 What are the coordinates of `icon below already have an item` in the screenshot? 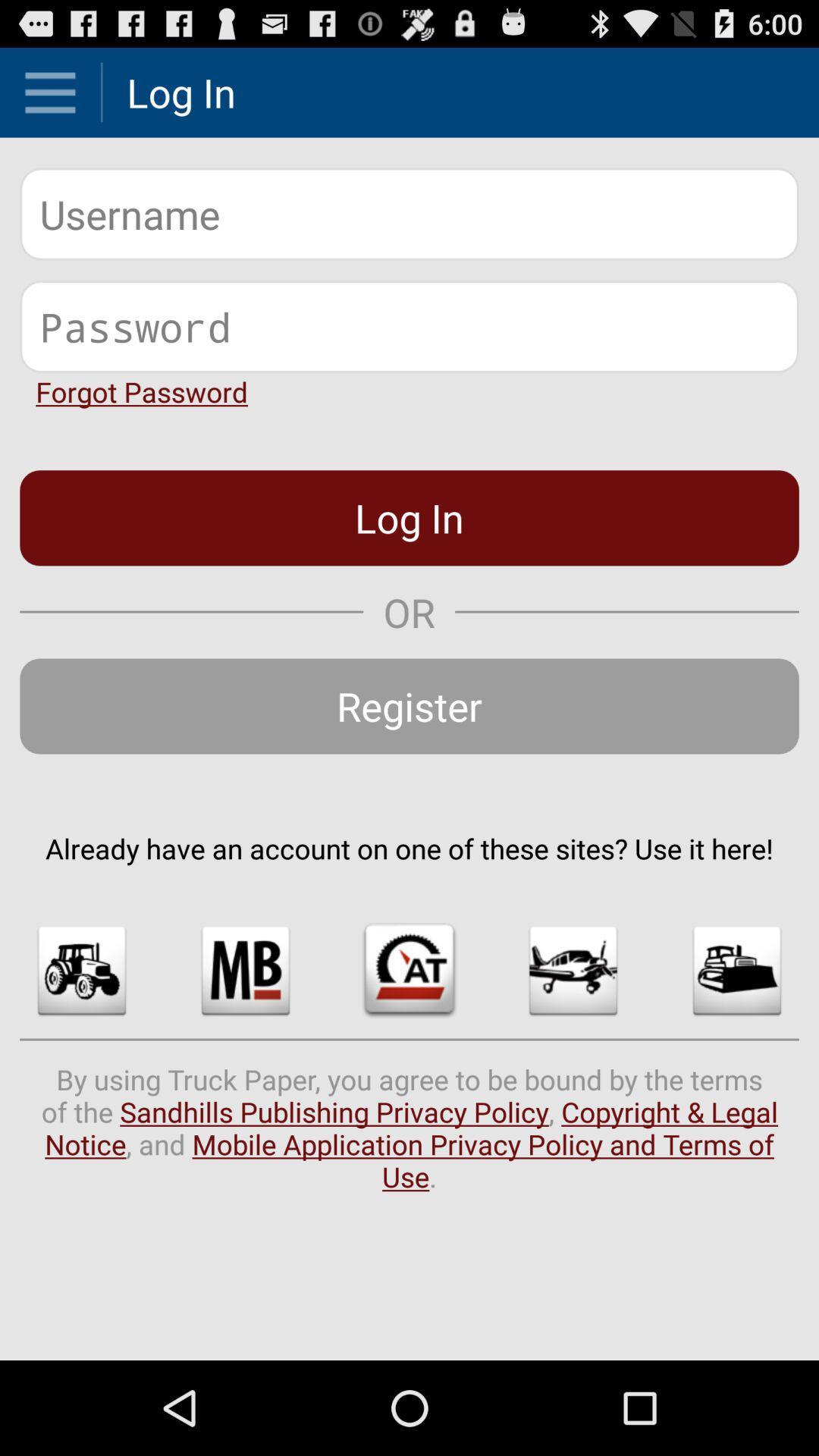 It's located at (245, 971).